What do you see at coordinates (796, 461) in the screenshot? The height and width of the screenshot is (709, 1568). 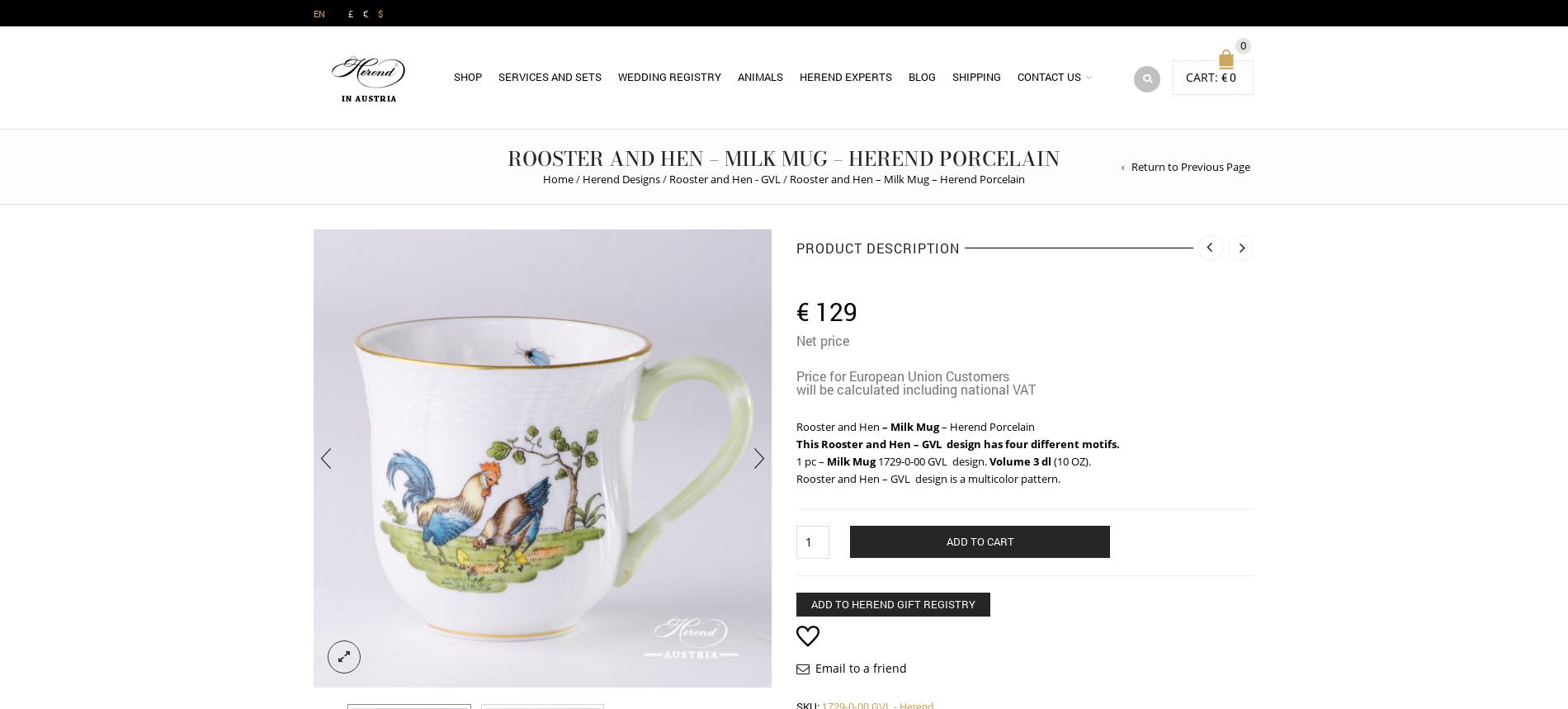 I see `'1 pc –'` at bounding box center [796, 461].